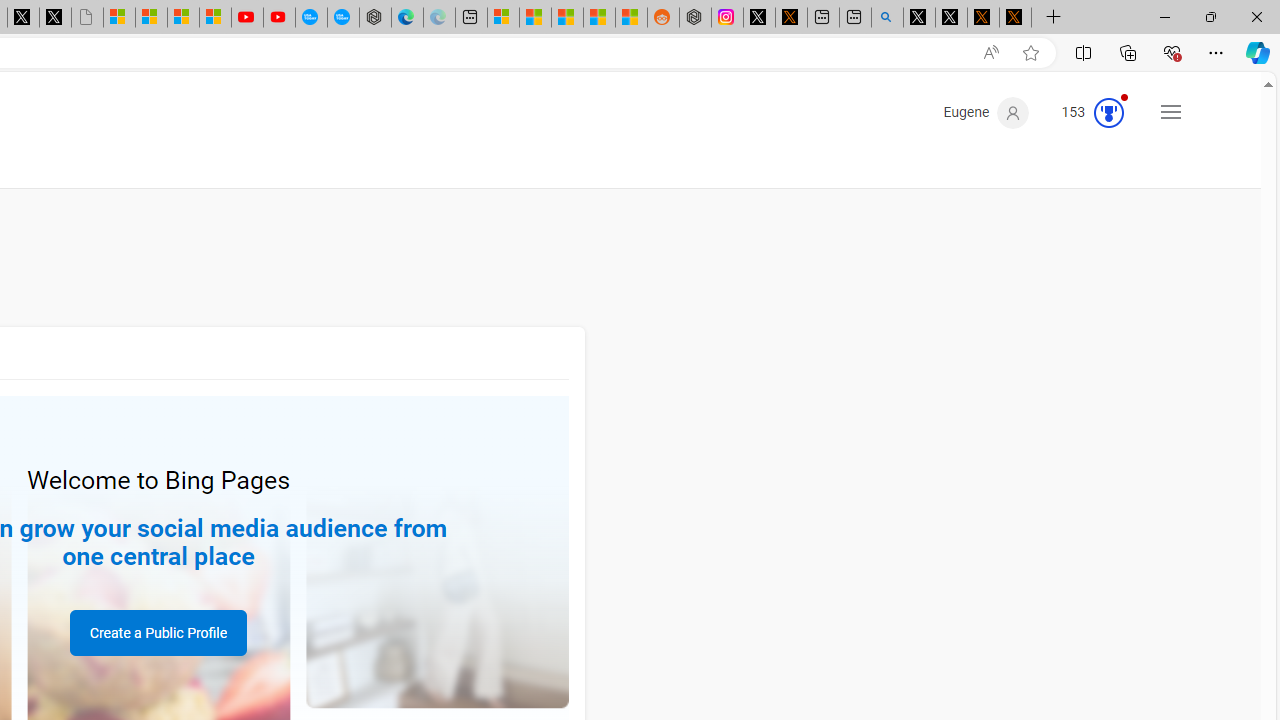 The height and width of the screenshot is (720, 1280). Describe the element at coordinates (246, 17) in the screenshot. I see `'Gloom - YouTube'` at that location.